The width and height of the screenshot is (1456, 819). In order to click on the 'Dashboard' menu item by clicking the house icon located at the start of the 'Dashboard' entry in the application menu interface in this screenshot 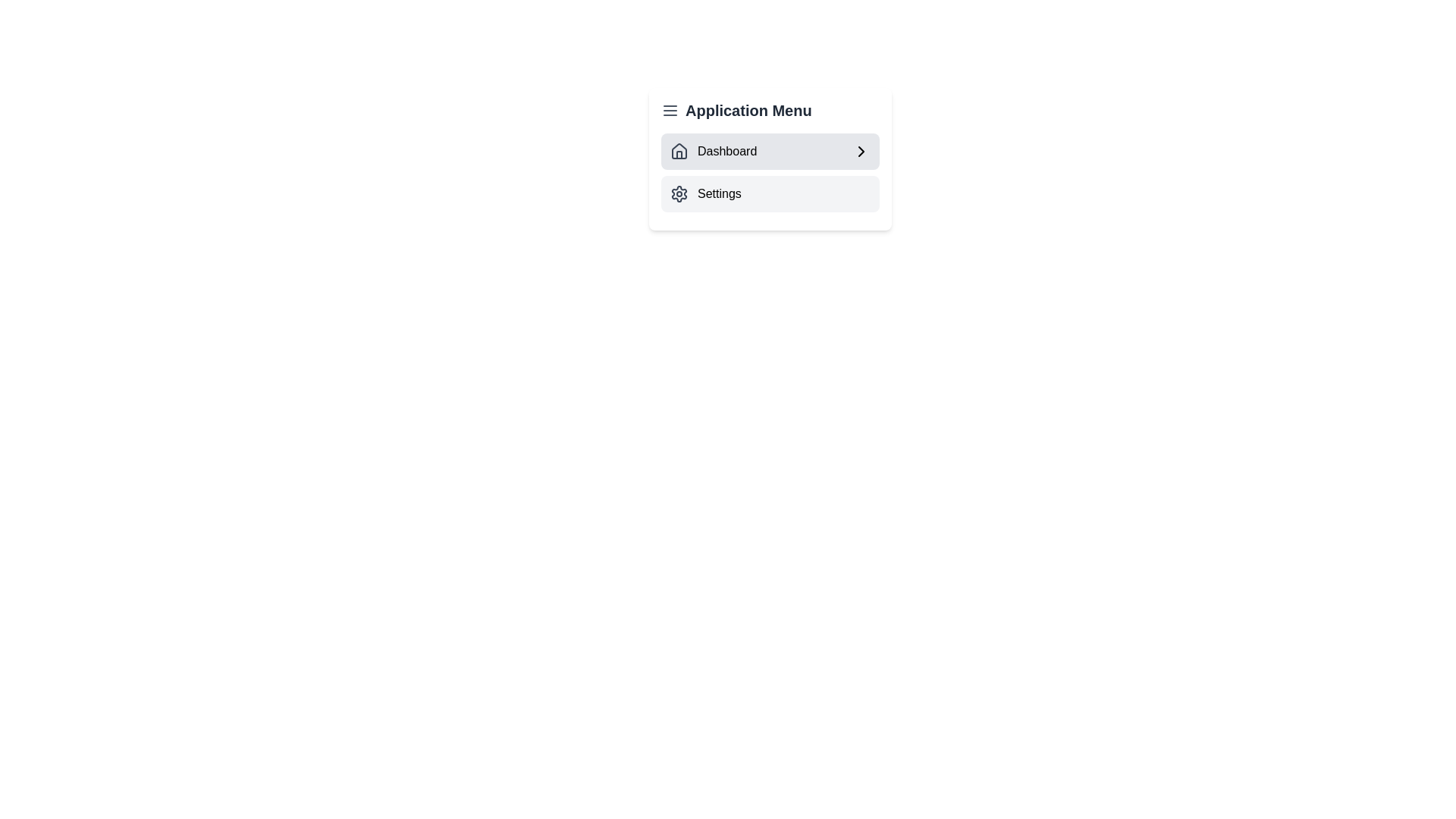, I will do `click(679, 152)`.